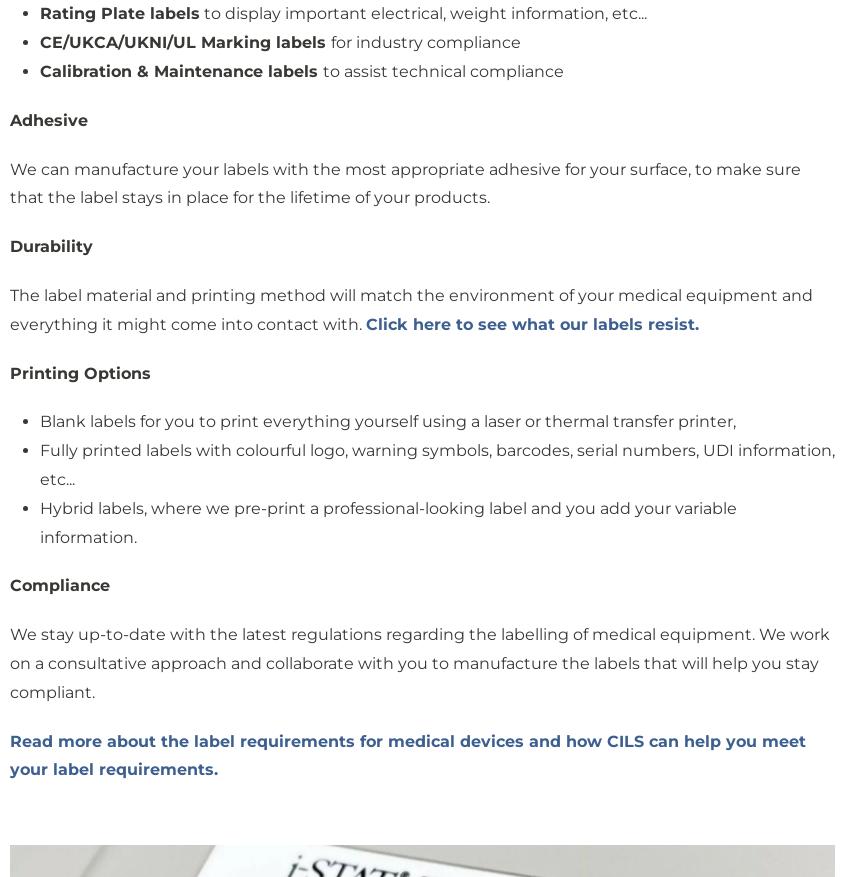 This screenshot has width=845, height=877. Describe the element at coordinates (48, 118) in the screenshot. I see `'Adhesive'` at that location.